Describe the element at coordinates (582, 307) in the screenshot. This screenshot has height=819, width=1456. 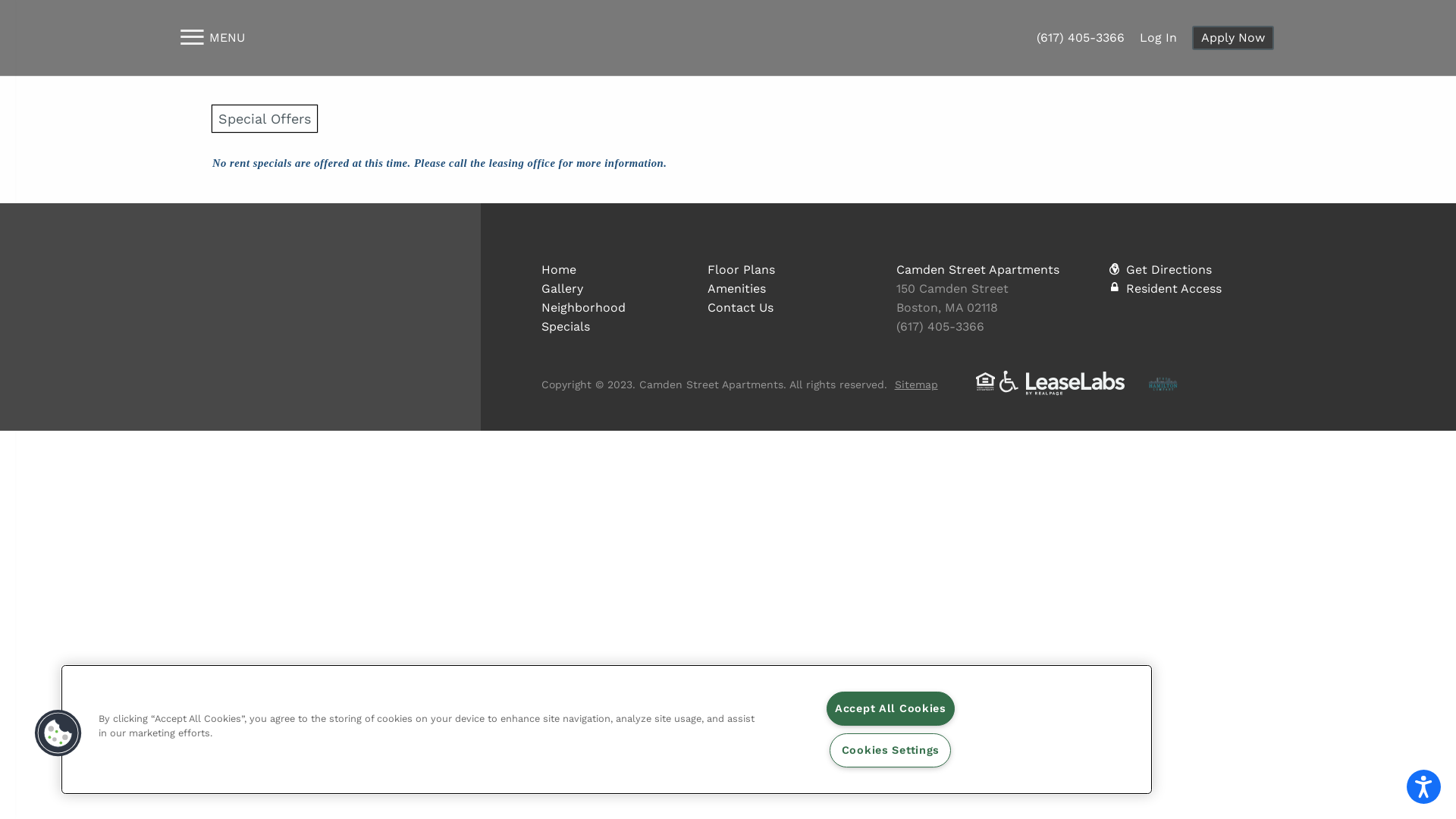
I see `'Neighborhood'` at that location.